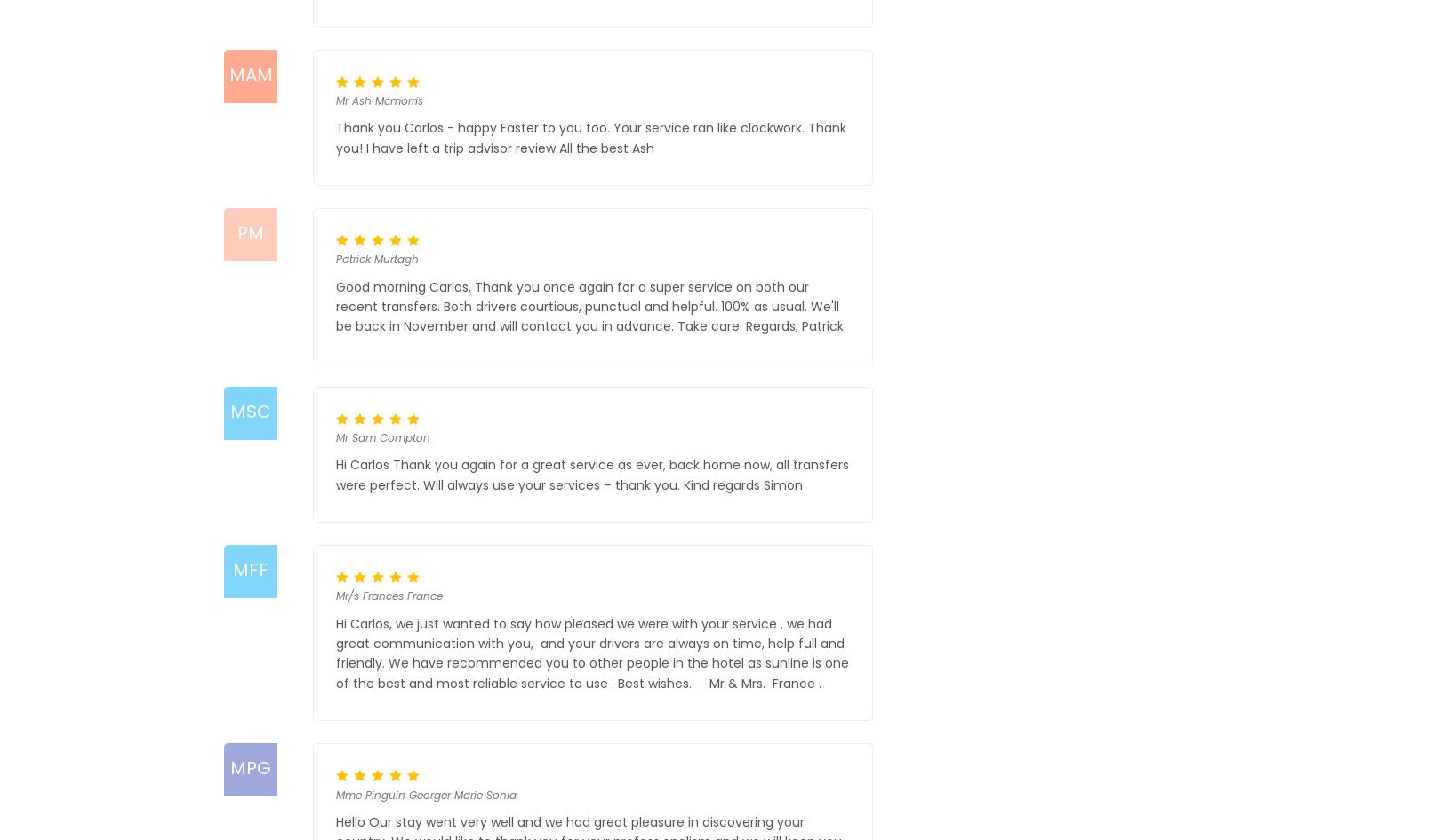 This screenshot has height=840, width=1434. Describe the element at coordinates (248, 568) in the screenshot. I see `'MFF'` at that location.